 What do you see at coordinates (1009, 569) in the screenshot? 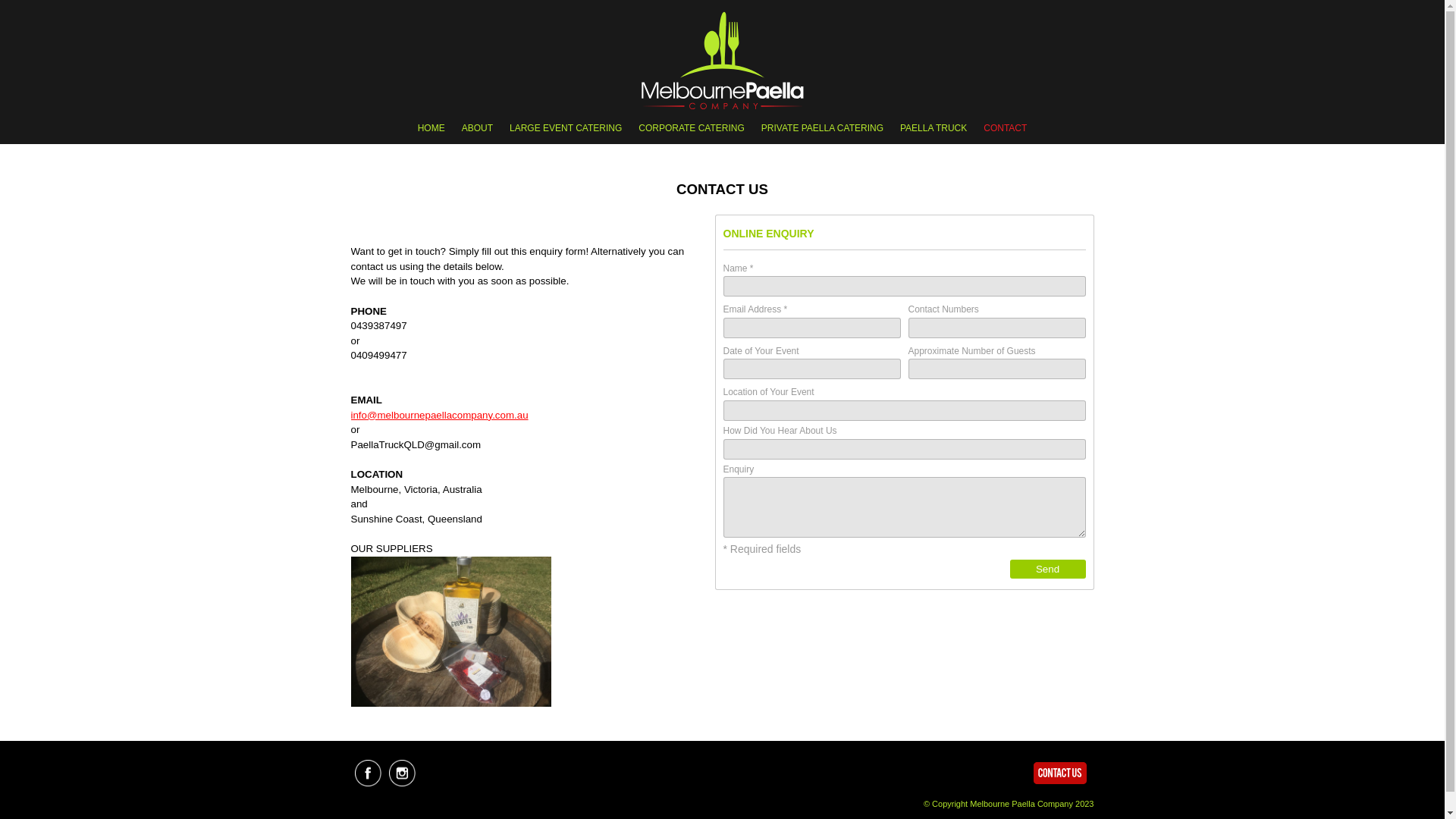
I see `'Send'` at bounding box center [1009, 569].